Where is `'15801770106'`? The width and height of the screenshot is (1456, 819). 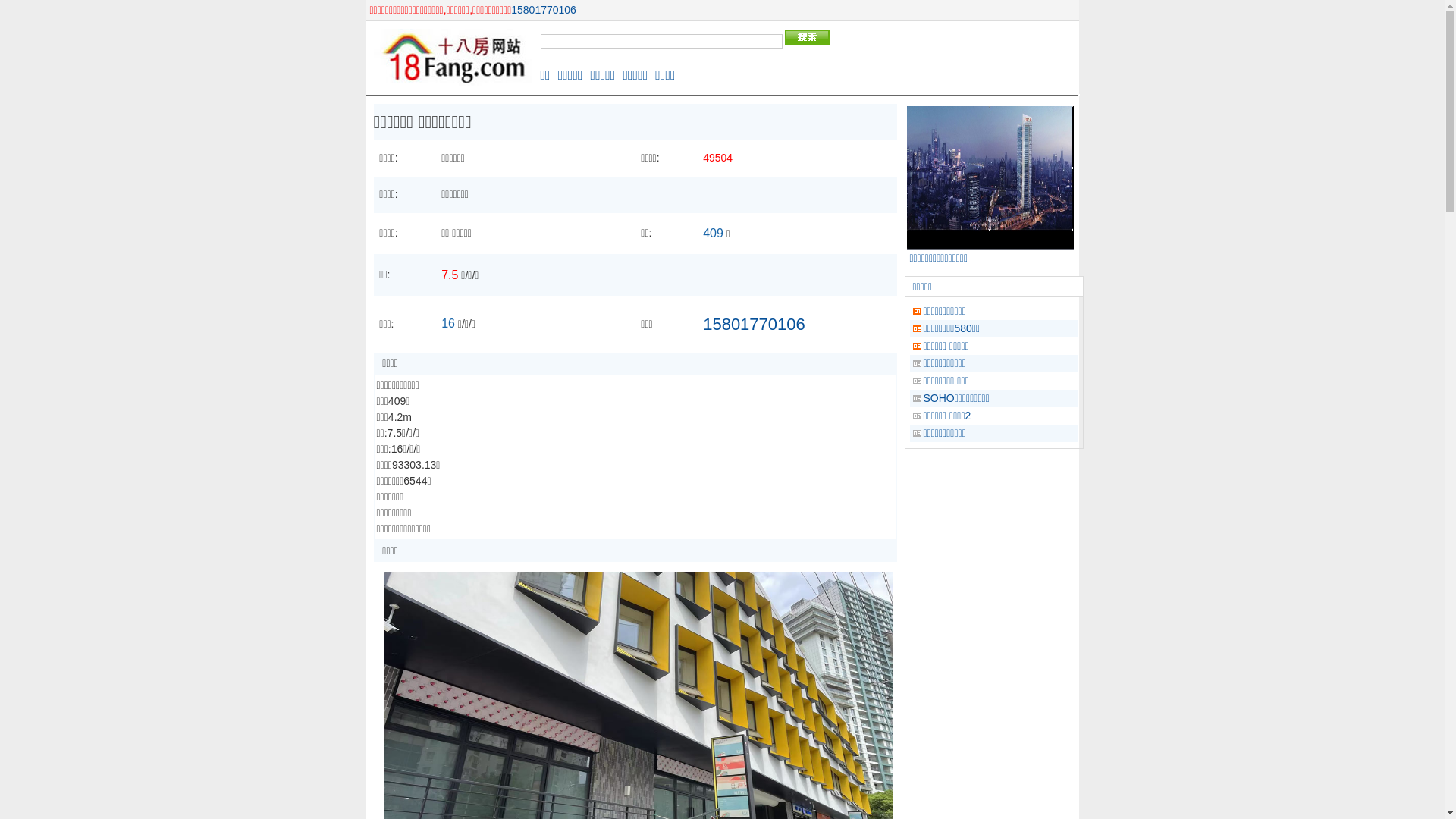 '15801770106' is located at coordinates (543, 9).